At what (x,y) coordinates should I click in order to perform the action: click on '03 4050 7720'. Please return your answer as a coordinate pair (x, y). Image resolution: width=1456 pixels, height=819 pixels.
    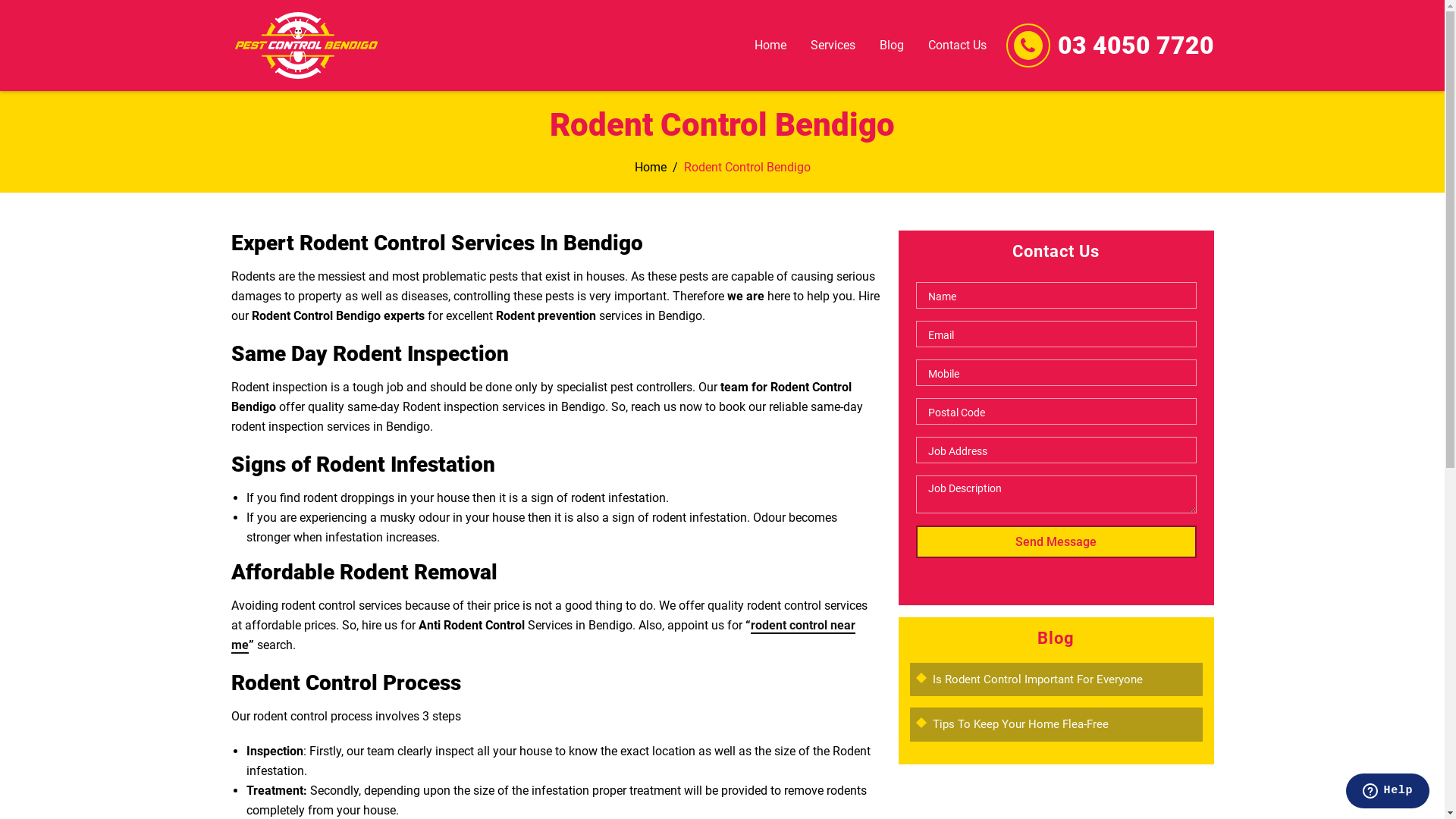
    Looking at the image, I should click on (1056, 45).